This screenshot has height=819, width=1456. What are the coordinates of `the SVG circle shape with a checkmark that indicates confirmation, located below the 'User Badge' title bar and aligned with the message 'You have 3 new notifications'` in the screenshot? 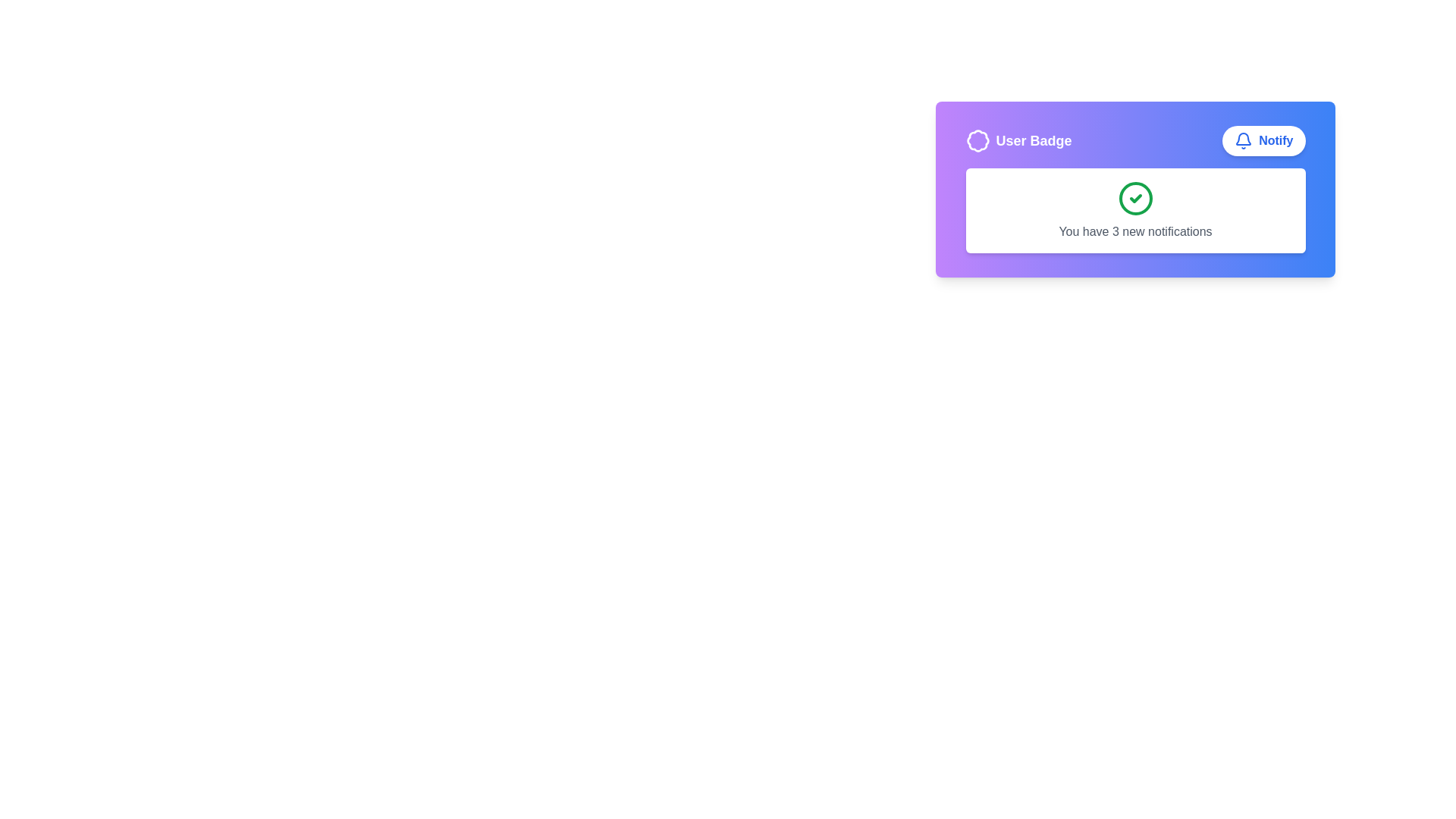 It's located at (1135, 198).